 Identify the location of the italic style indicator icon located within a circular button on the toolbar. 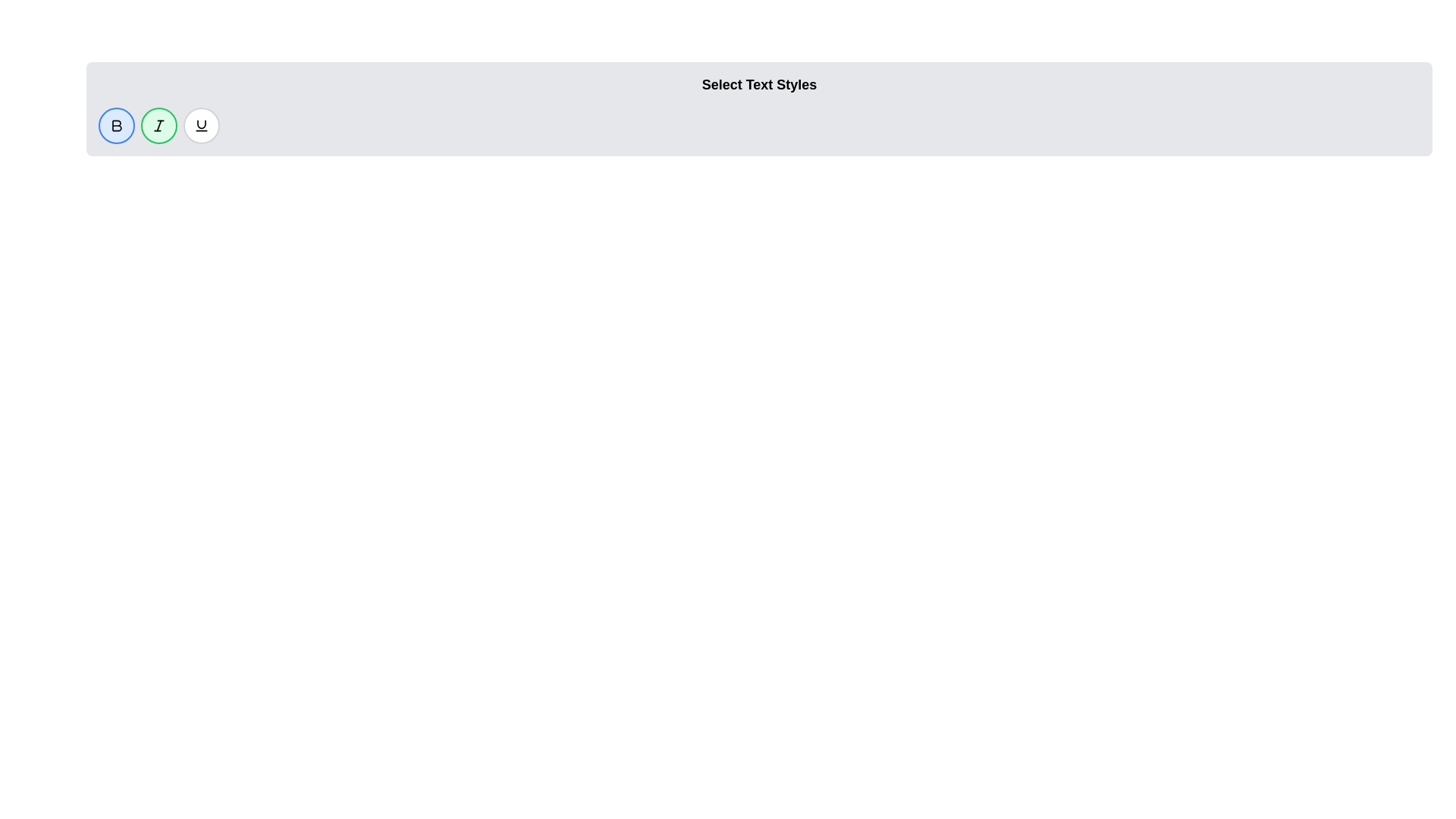
(159, 124).